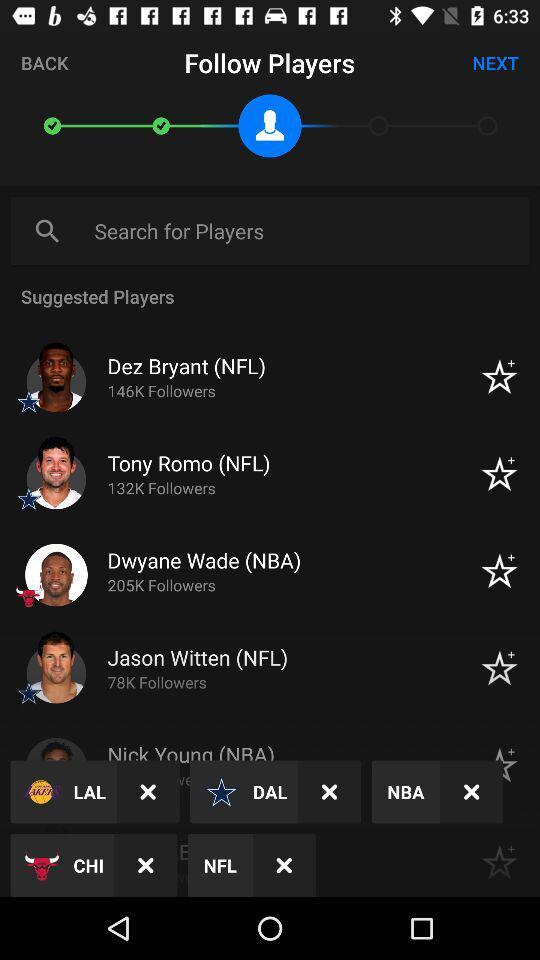 This screenshot has height=960, width=540. I want to click on the close icon, so click(147, 792).